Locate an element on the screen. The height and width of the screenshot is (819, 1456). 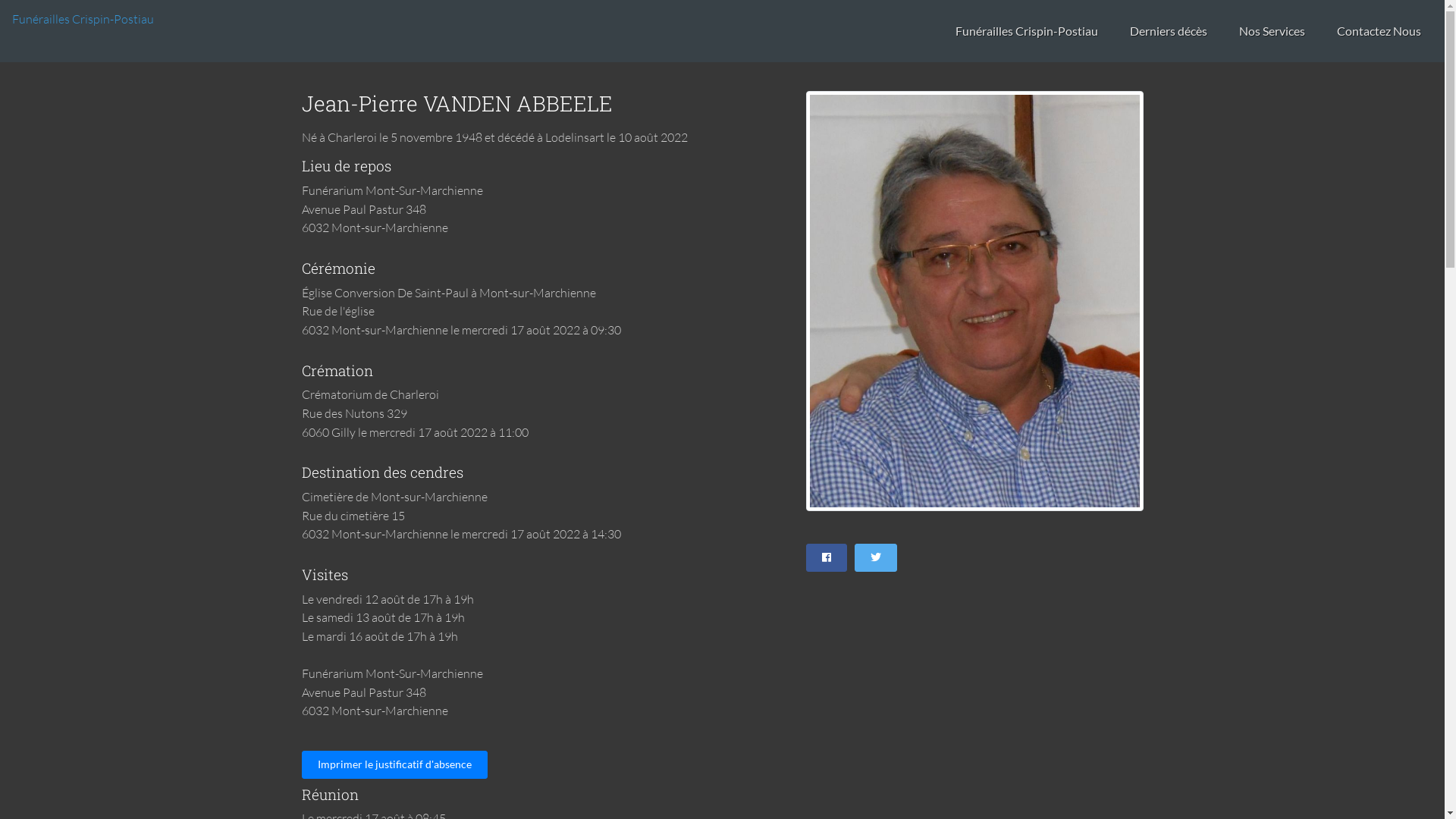
'Imprimer le justificatif d'absence' is located at coordinates (394, 764).